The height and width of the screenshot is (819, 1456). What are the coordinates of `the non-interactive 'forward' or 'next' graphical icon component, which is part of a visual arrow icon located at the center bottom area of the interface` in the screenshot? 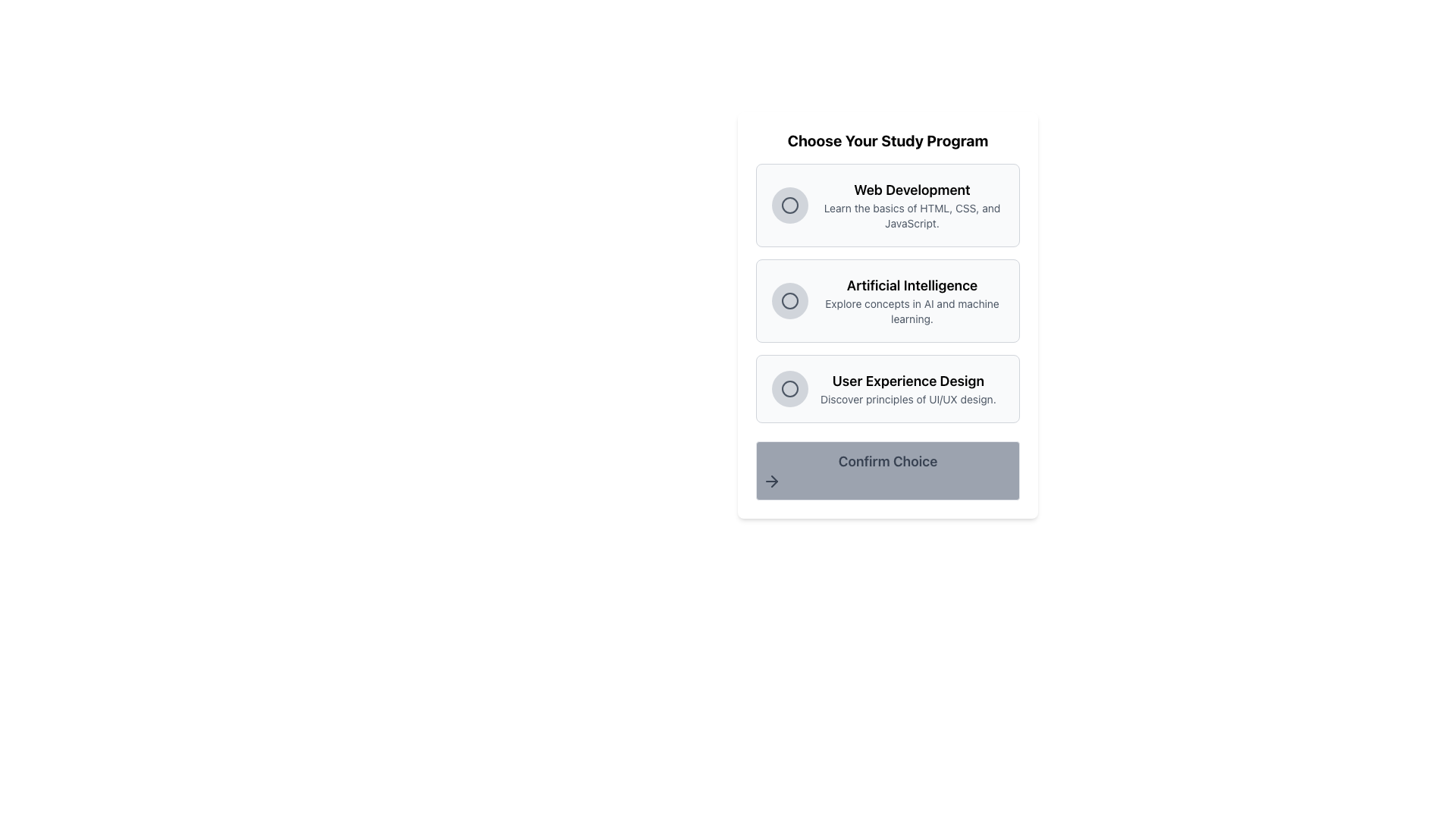 It's located at (774, 482).